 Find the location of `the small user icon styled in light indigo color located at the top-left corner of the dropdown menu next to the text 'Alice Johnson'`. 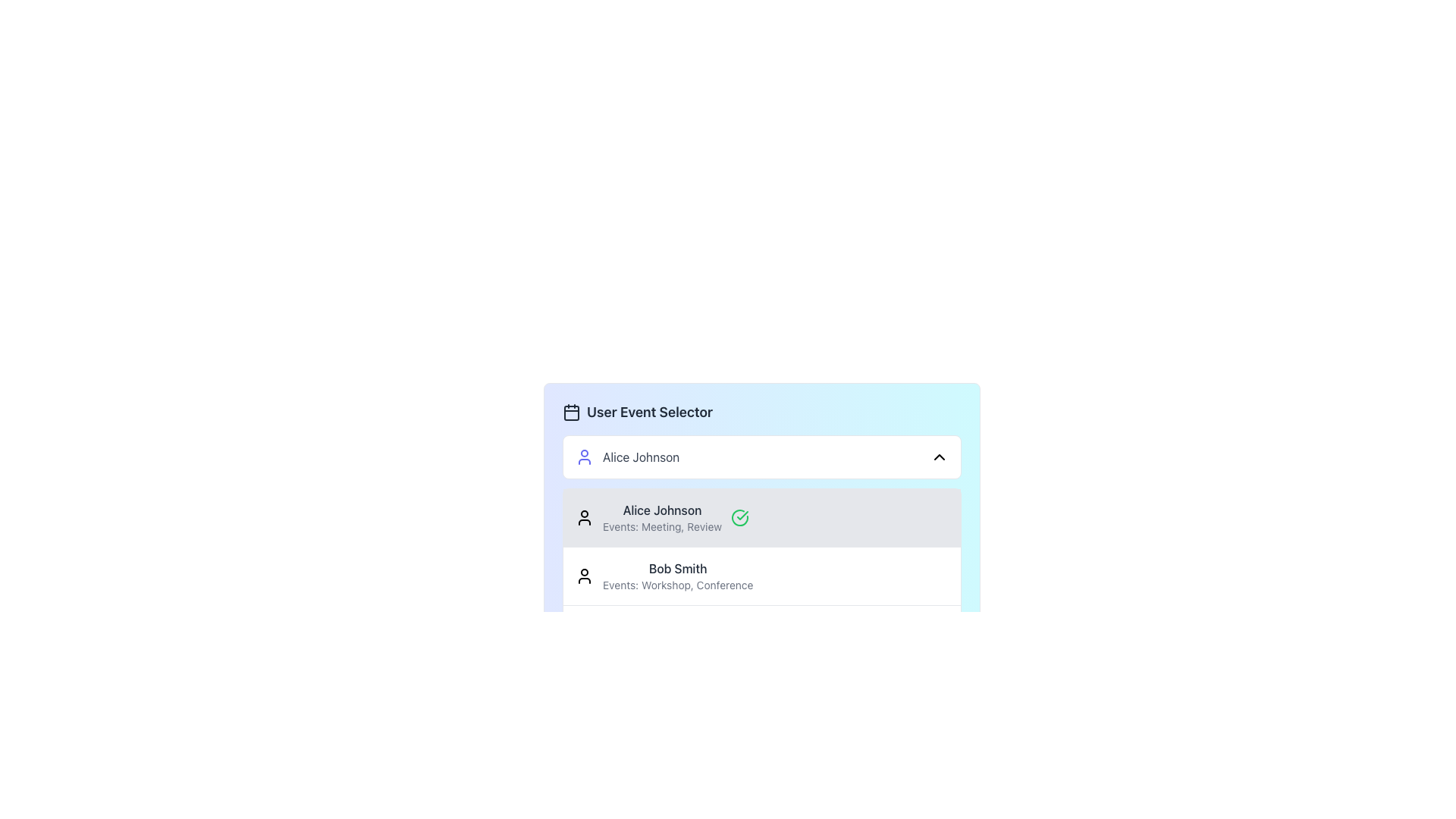

the small user icon styled in light indigo color located at the top-left corner of the dropdown menu next to the text 'Alice Johnson' is located at coordinates (584, 456).